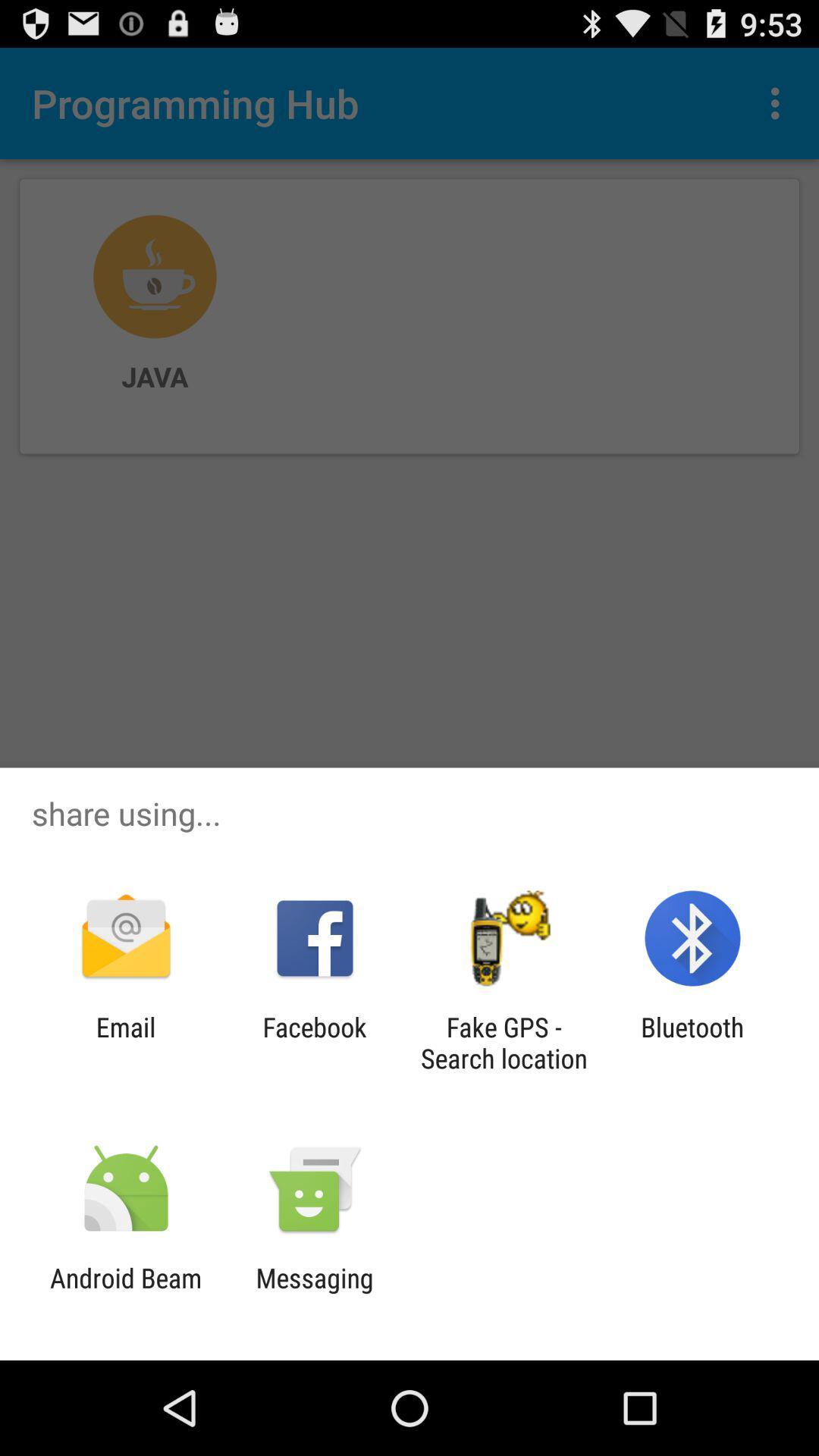 This screenshot has width=819, height=1456. Describe the element at coordinates (314, 1293) in the screenshot. I see `messaging icon` at that location.